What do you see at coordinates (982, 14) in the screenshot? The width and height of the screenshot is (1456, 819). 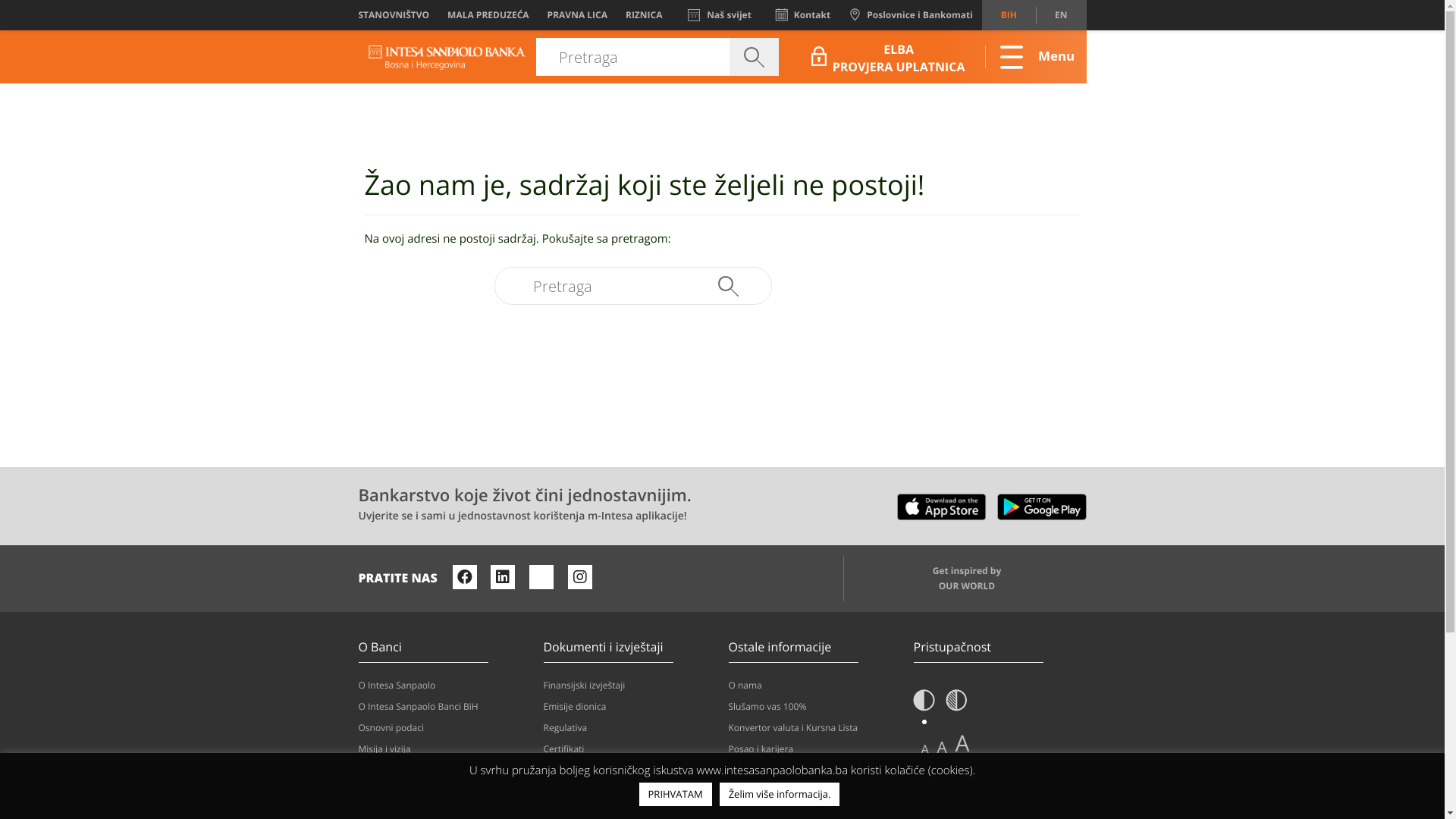 I see `'BIH'` at bounding box center [982, 14].